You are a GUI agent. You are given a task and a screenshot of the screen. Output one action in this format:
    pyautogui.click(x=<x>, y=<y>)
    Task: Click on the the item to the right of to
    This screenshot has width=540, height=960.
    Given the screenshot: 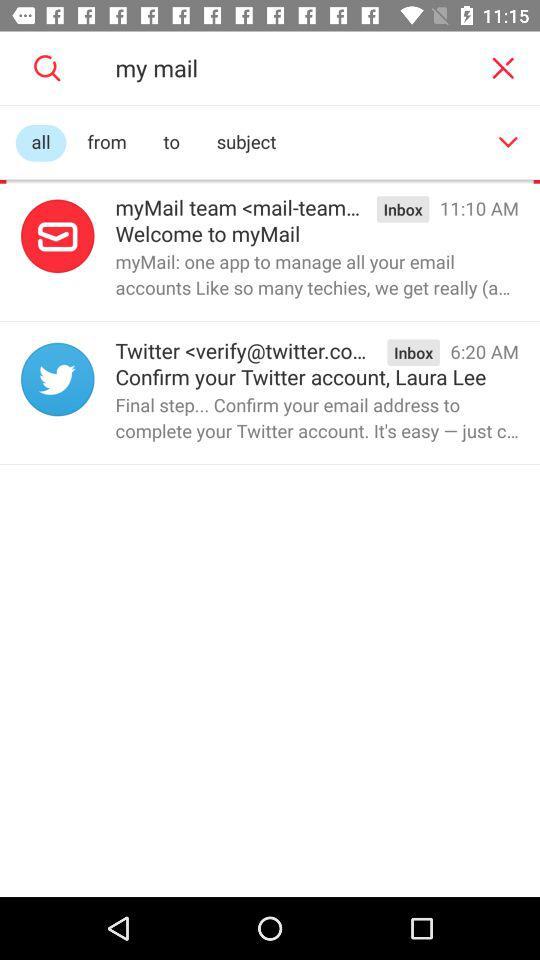 What is the action you would take?
    pyautogui.click(x=246, y=142)
    